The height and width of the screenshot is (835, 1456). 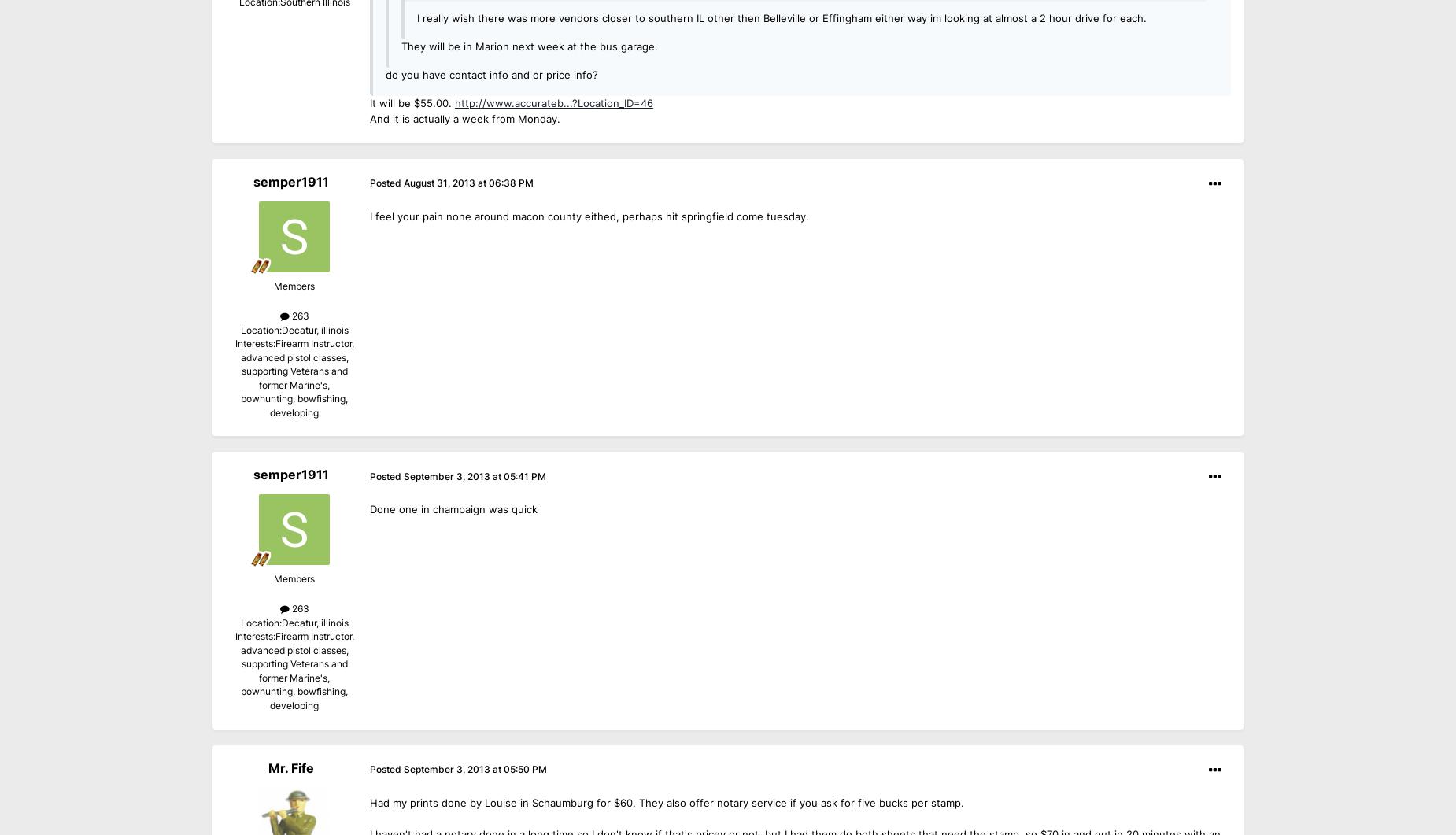 What do you see at coordinates (453, 508) in the screenshot?
I see `'Done one in champaign was quick'` at bounding box center [453, 508].